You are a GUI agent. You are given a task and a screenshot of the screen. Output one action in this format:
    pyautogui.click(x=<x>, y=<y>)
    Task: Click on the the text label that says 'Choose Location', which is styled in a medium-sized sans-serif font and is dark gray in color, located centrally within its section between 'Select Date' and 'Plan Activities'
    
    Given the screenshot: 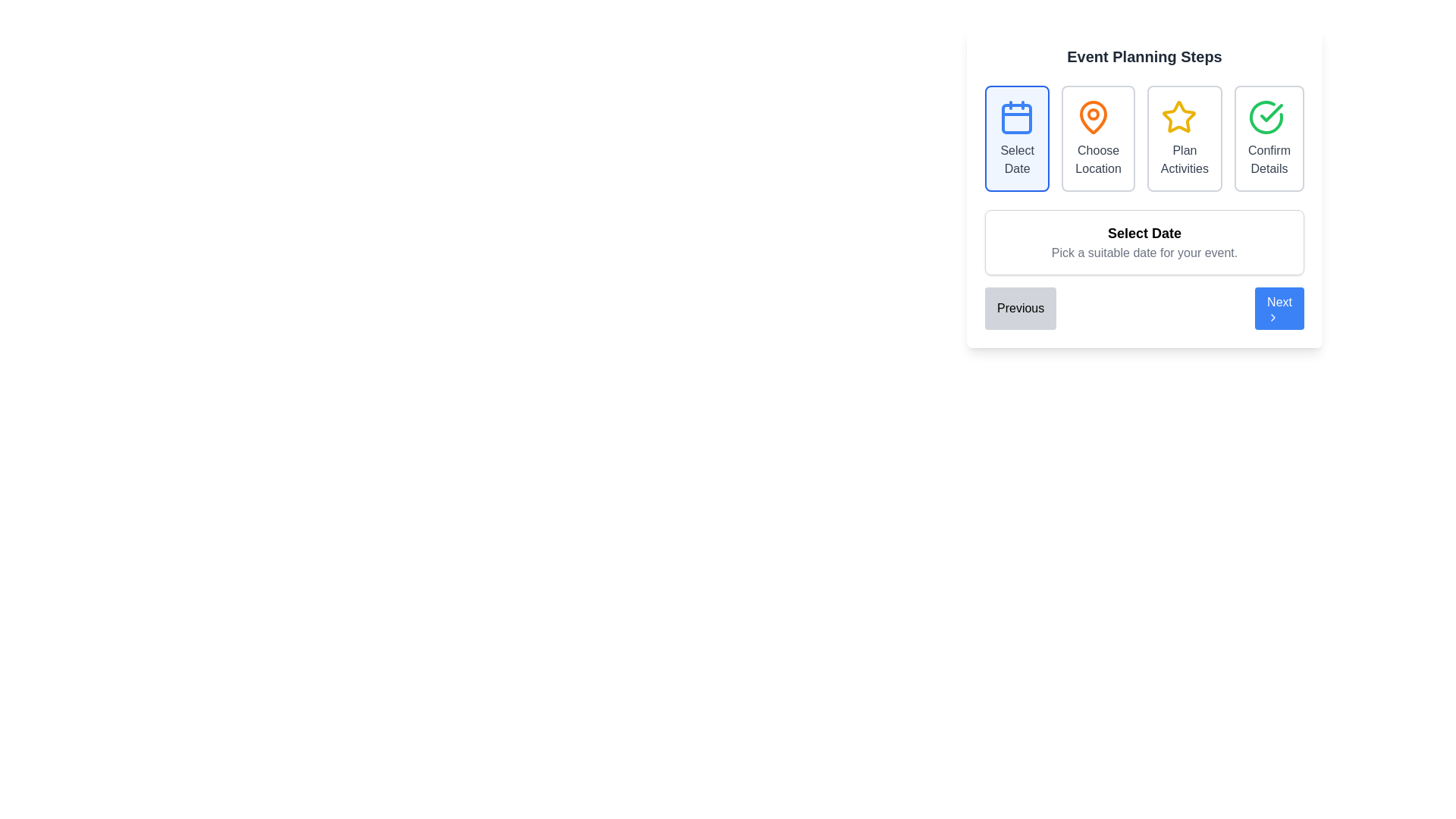 What is the action you would take?
    pyautogui.click(x=1098, y=160)
    